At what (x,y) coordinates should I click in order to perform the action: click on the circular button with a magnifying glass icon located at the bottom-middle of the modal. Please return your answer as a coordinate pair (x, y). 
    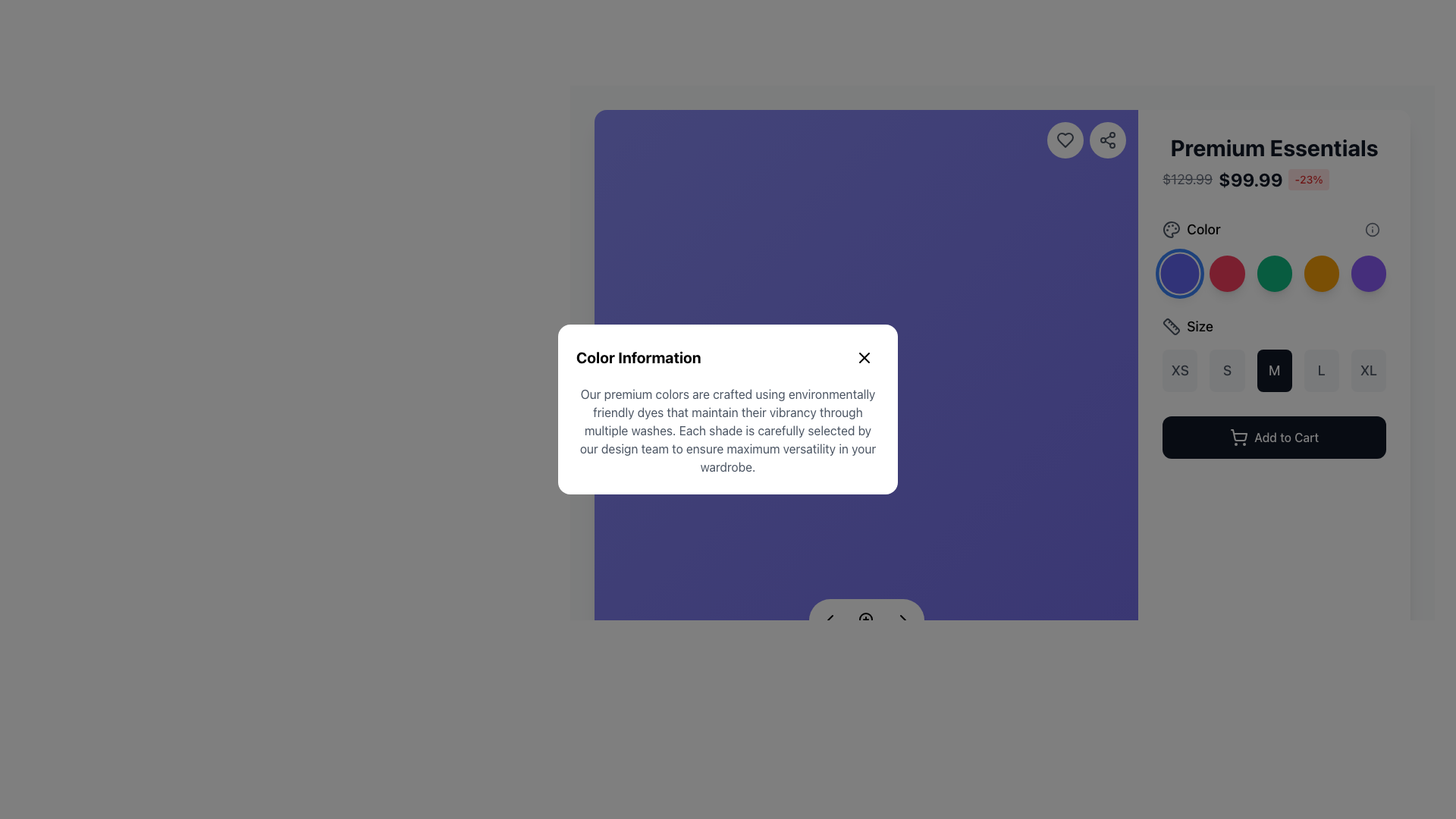
    Looking at the image, I should click on (866, 620).